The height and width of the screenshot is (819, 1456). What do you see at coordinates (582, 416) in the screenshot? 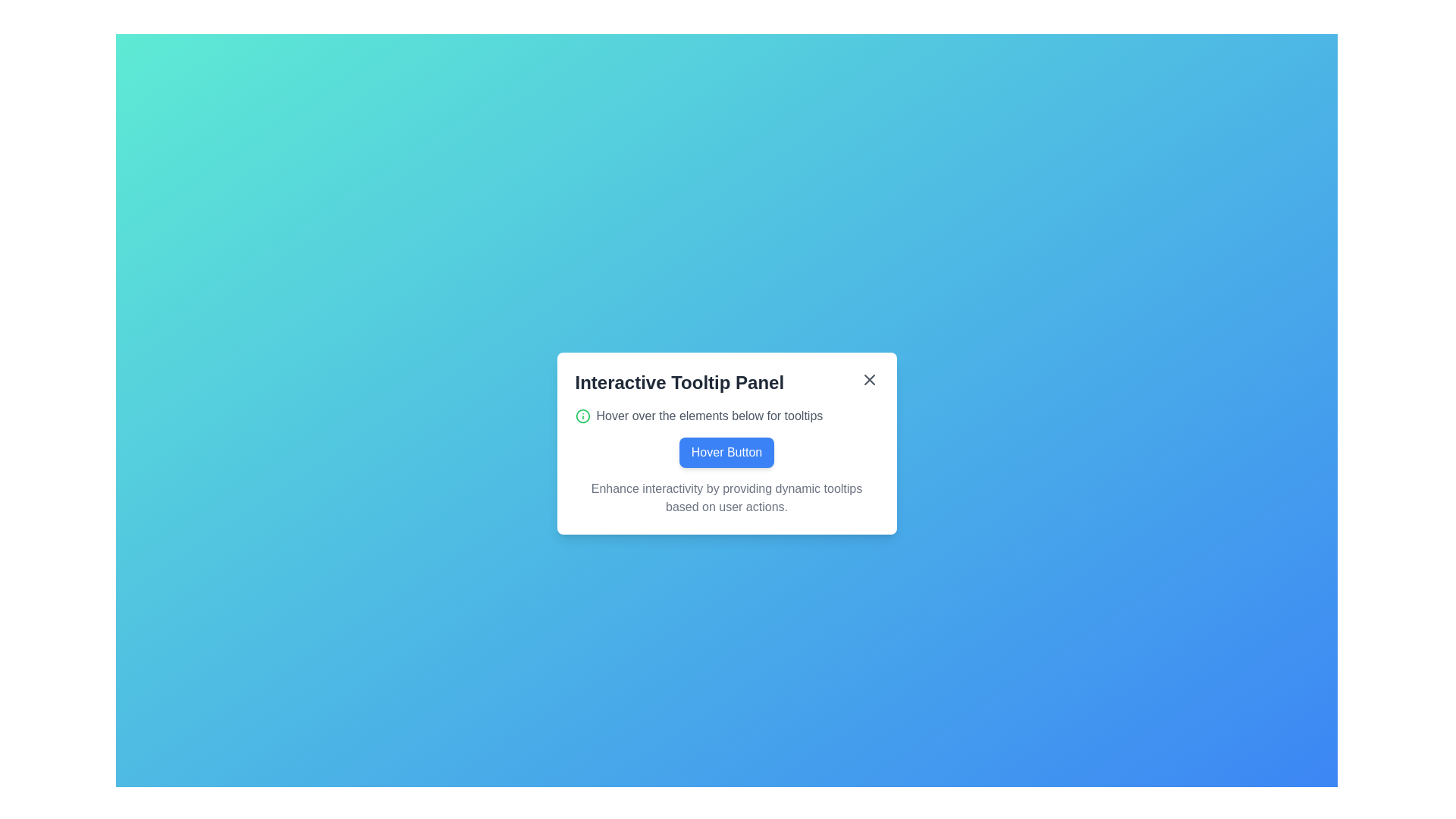
I see `the SVG circle element with a green border located in the tooltip panel area, near the text 'Hover over the elements below for tooltips'` at bounding box center [582, 416].